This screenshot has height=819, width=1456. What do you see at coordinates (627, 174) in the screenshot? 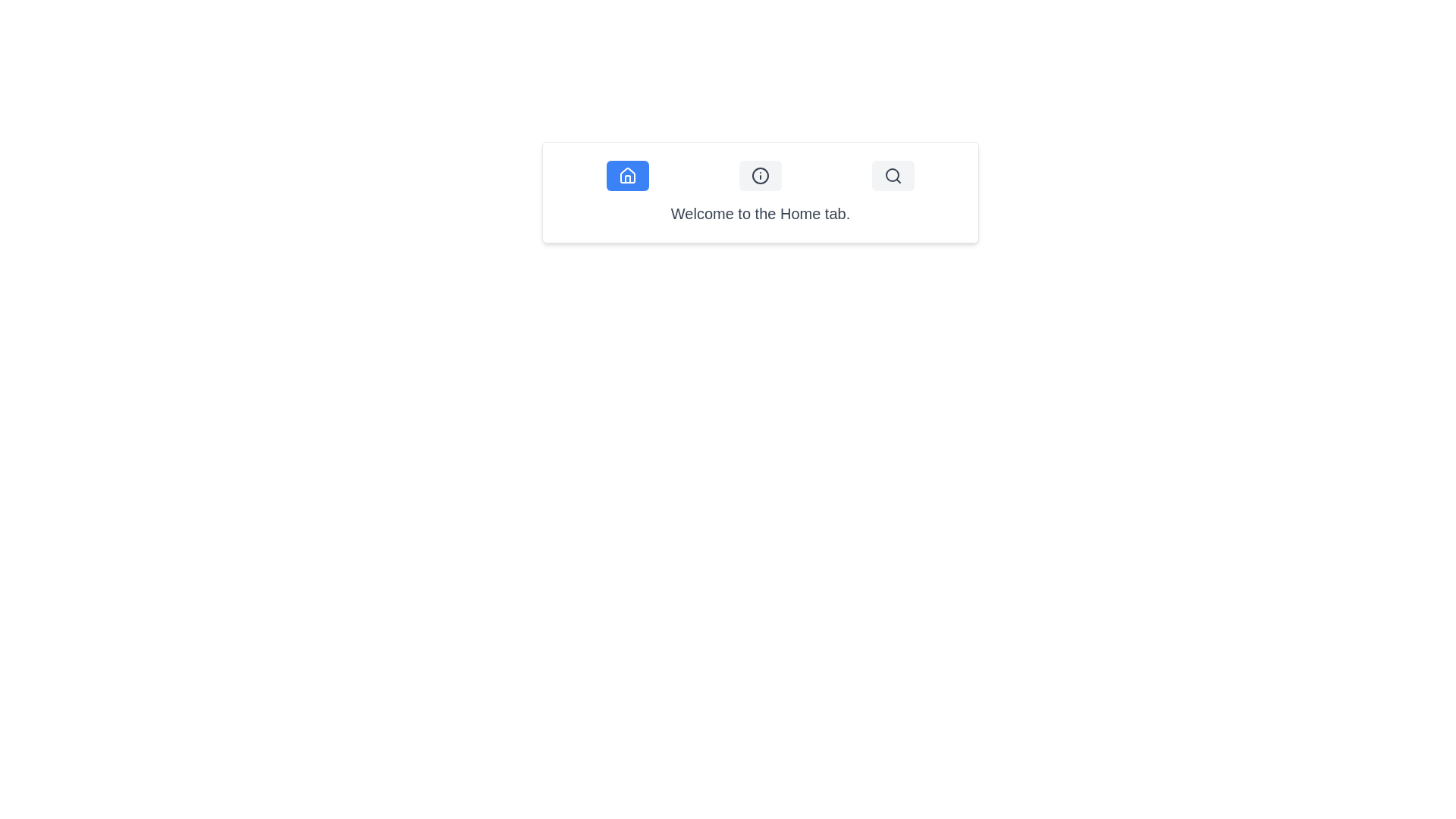
I see `the 'Home' icon, which is the first icon in a horizontally aligned set of three icons on the left side of the layout, near the 'Welcome to the Home tab' text label` at bounding box center [627, 174].